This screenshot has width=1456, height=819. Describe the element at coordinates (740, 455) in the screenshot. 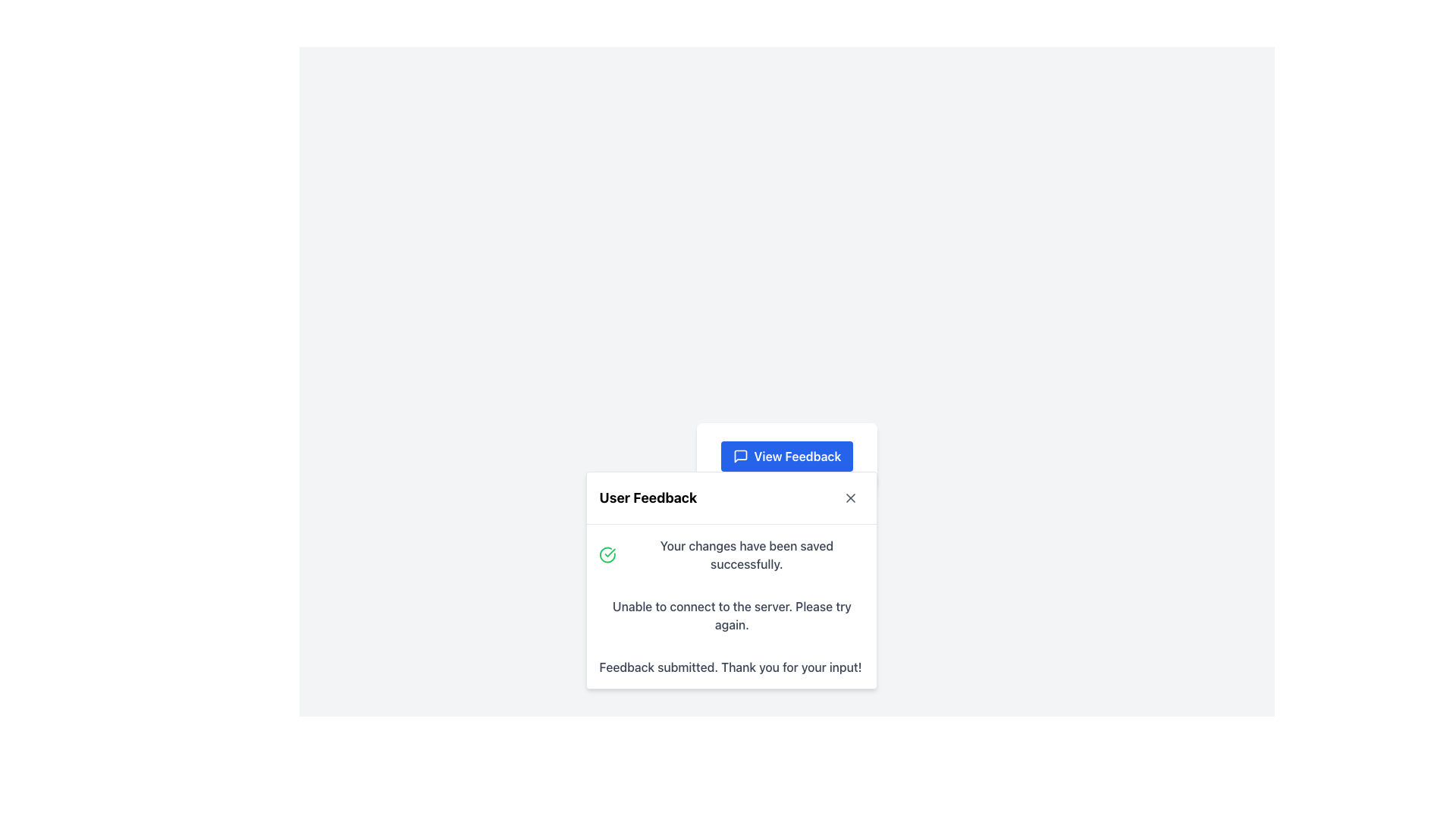

I see `the speech bubble icon with a blue background and white outline, located to the left of the 'View Feedback' button in the feedback dialog box` at that location.